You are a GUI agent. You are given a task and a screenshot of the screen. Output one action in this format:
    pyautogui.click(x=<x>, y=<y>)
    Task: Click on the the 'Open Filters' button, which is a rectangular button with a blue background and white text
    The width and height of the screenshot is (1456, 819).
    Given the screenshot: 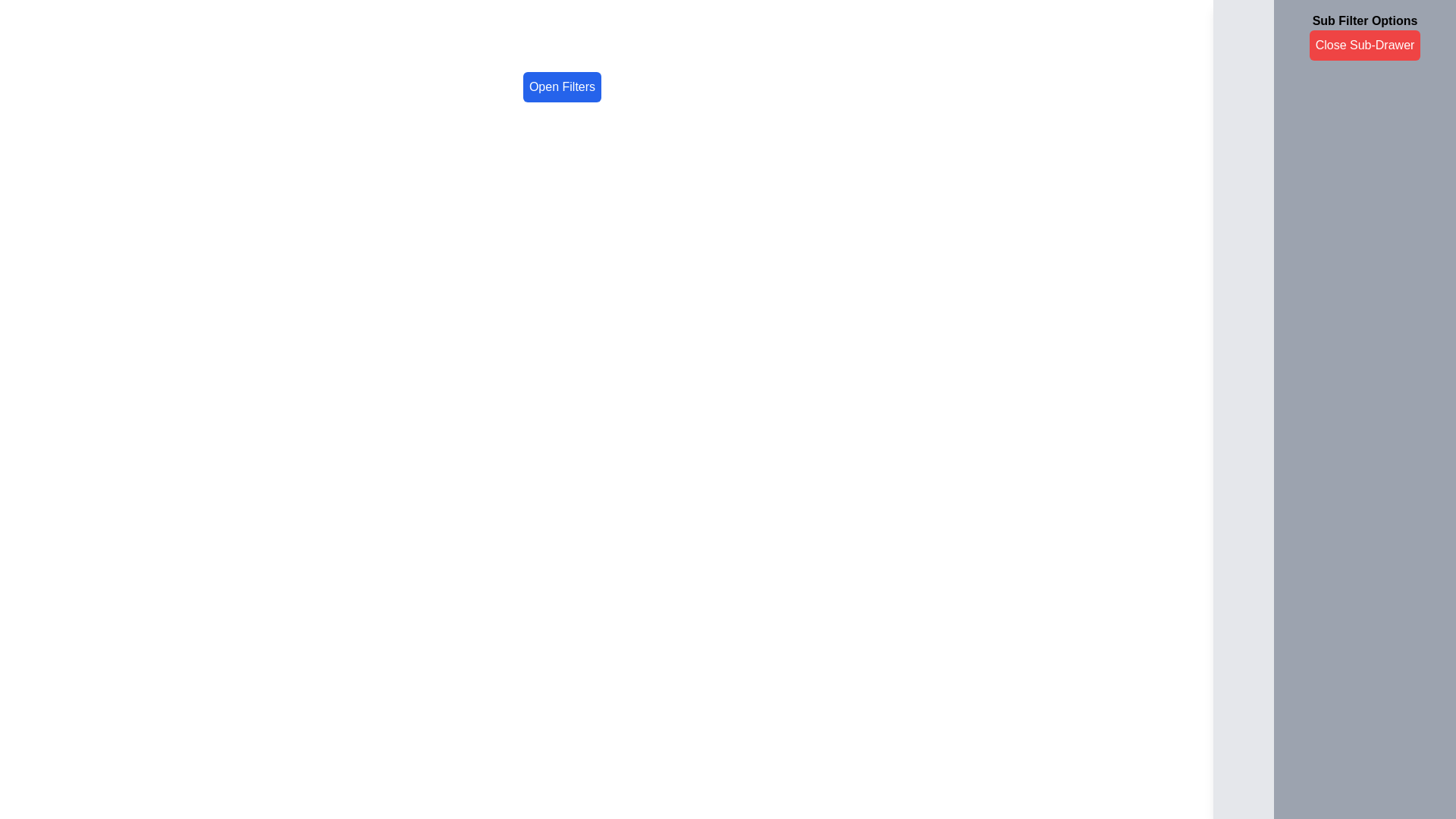 What is the action you would take?
    pyautogui.click(x=561, y=87)
    